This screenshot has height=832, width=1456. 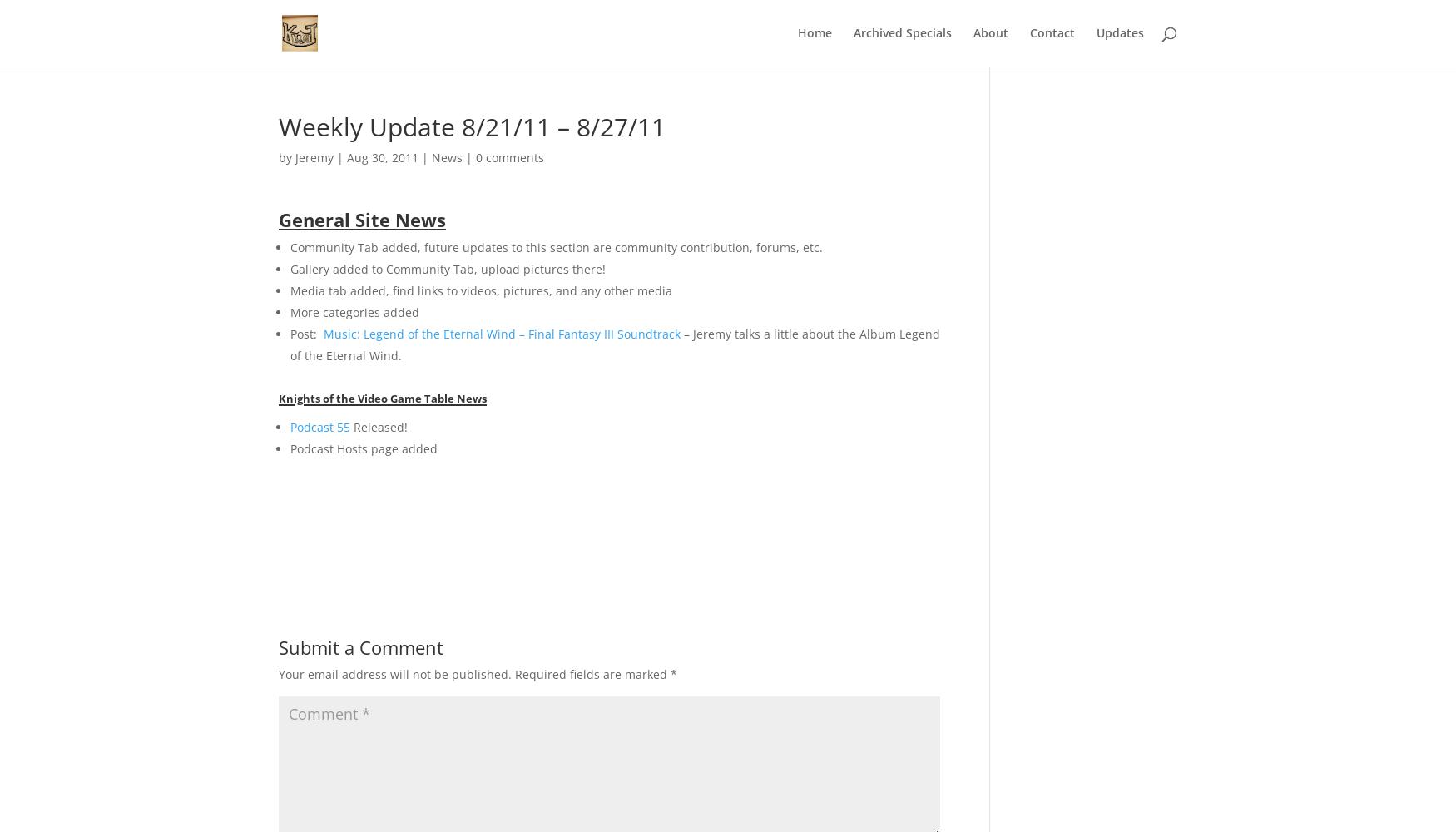 I want to click on '0 comments', so click(x=510, y=156).